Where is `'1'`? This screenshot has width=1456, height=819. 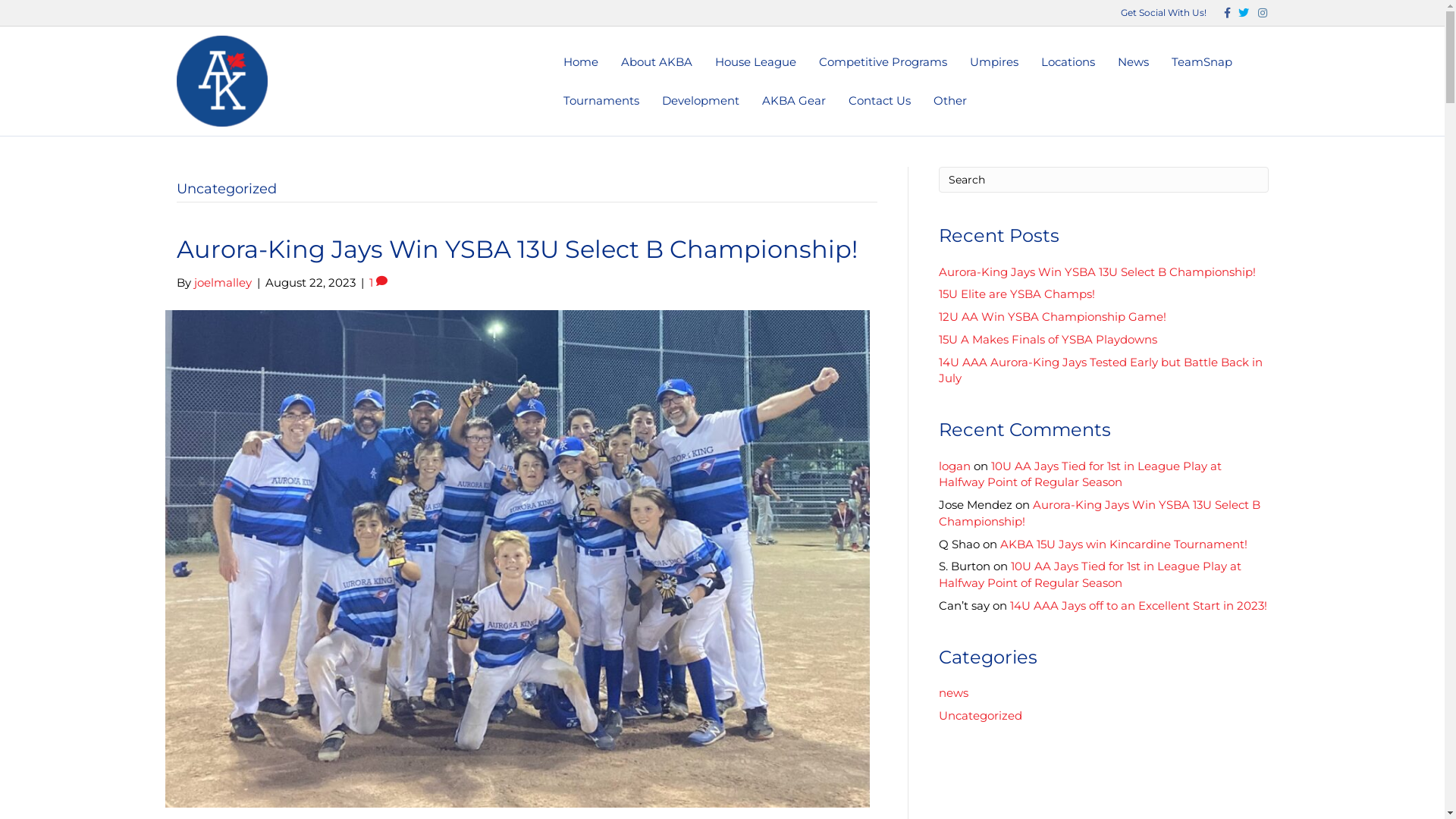 '1' is located at coordinates (378, 282).